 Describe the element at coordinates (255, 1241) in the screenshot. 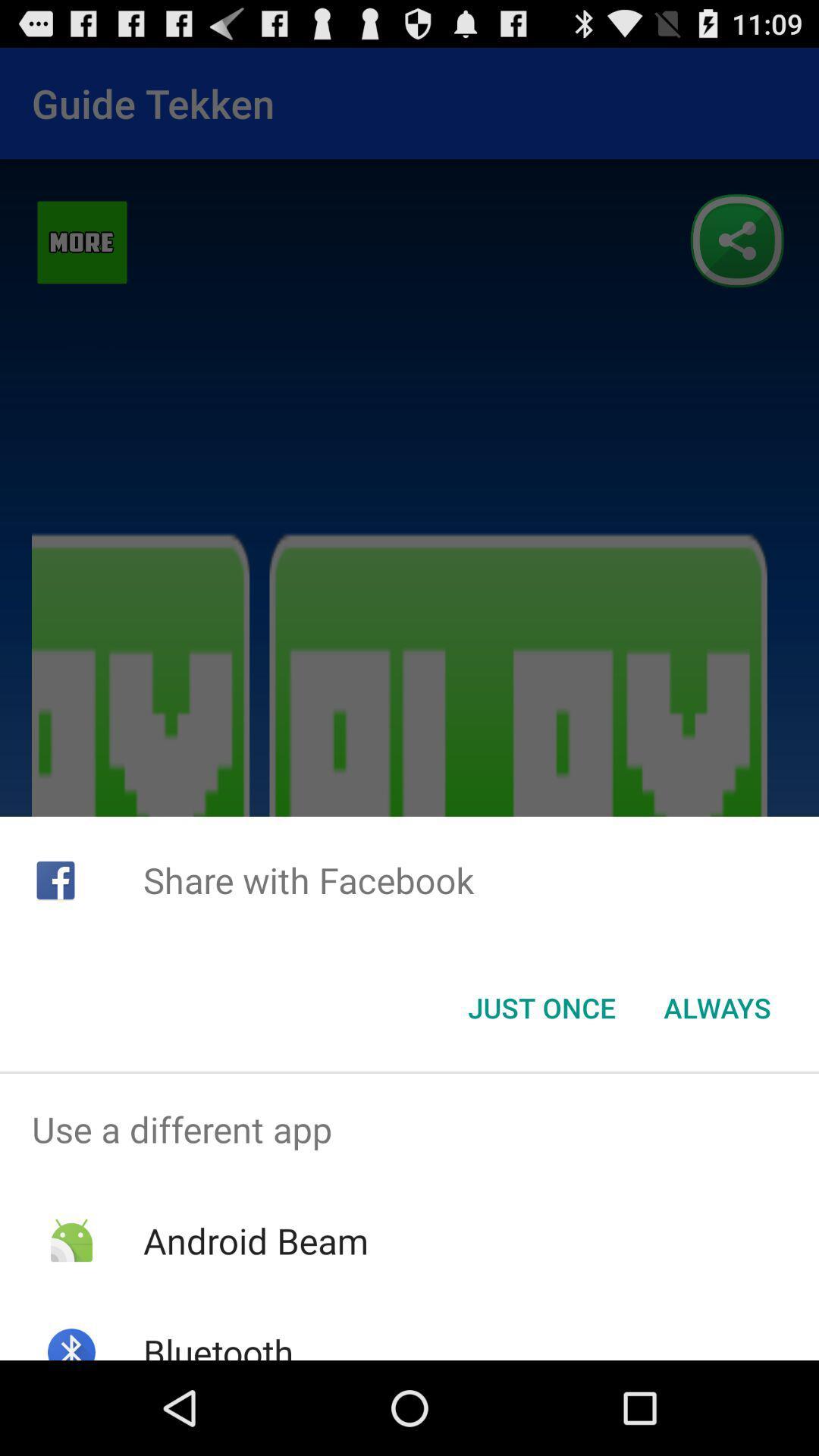

I see `android beam icon` at that location.